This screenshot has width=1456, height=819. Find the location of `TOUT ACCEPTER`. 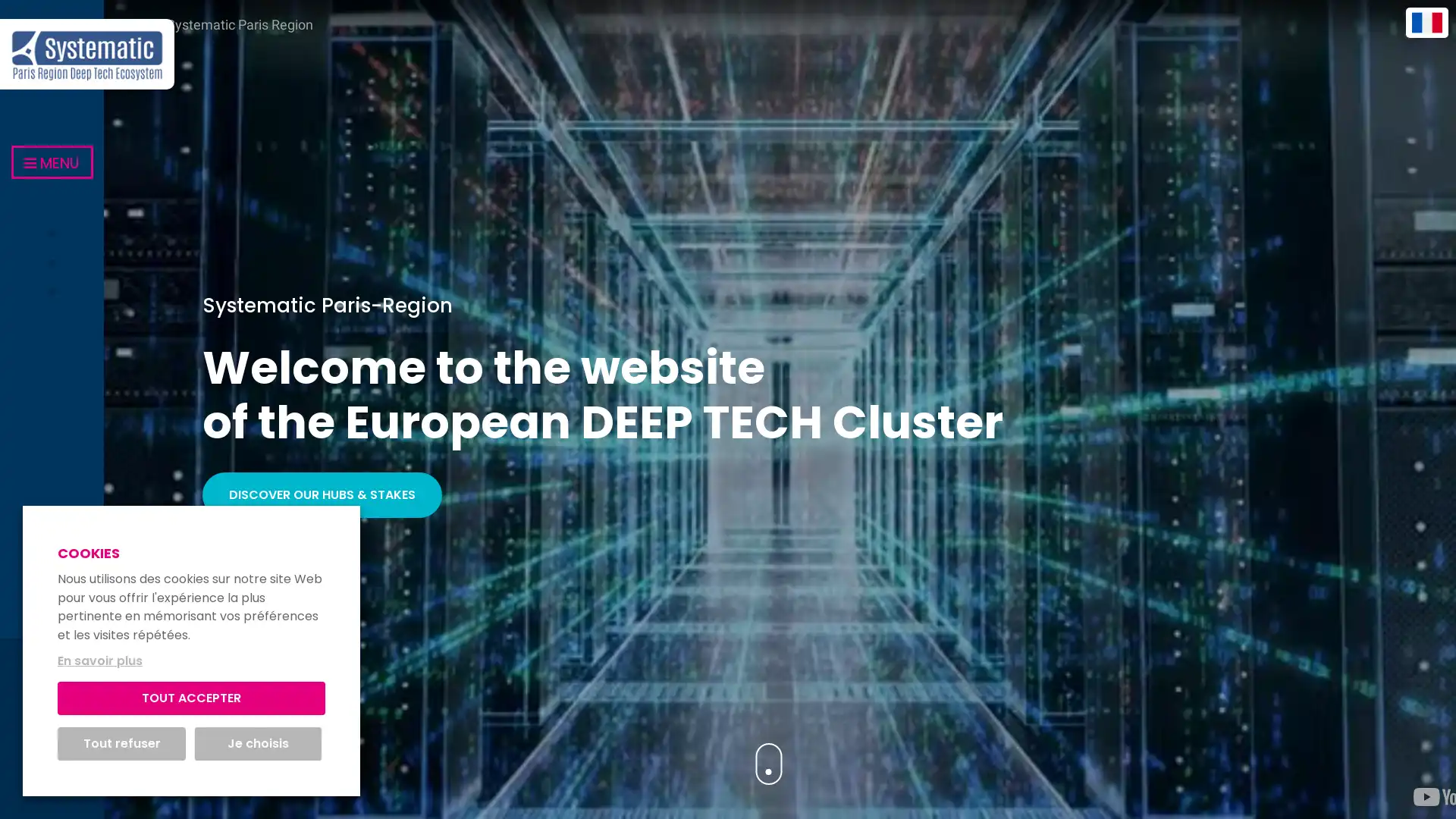

TOUT ACCEPTER is located at coordinates (190, 698).